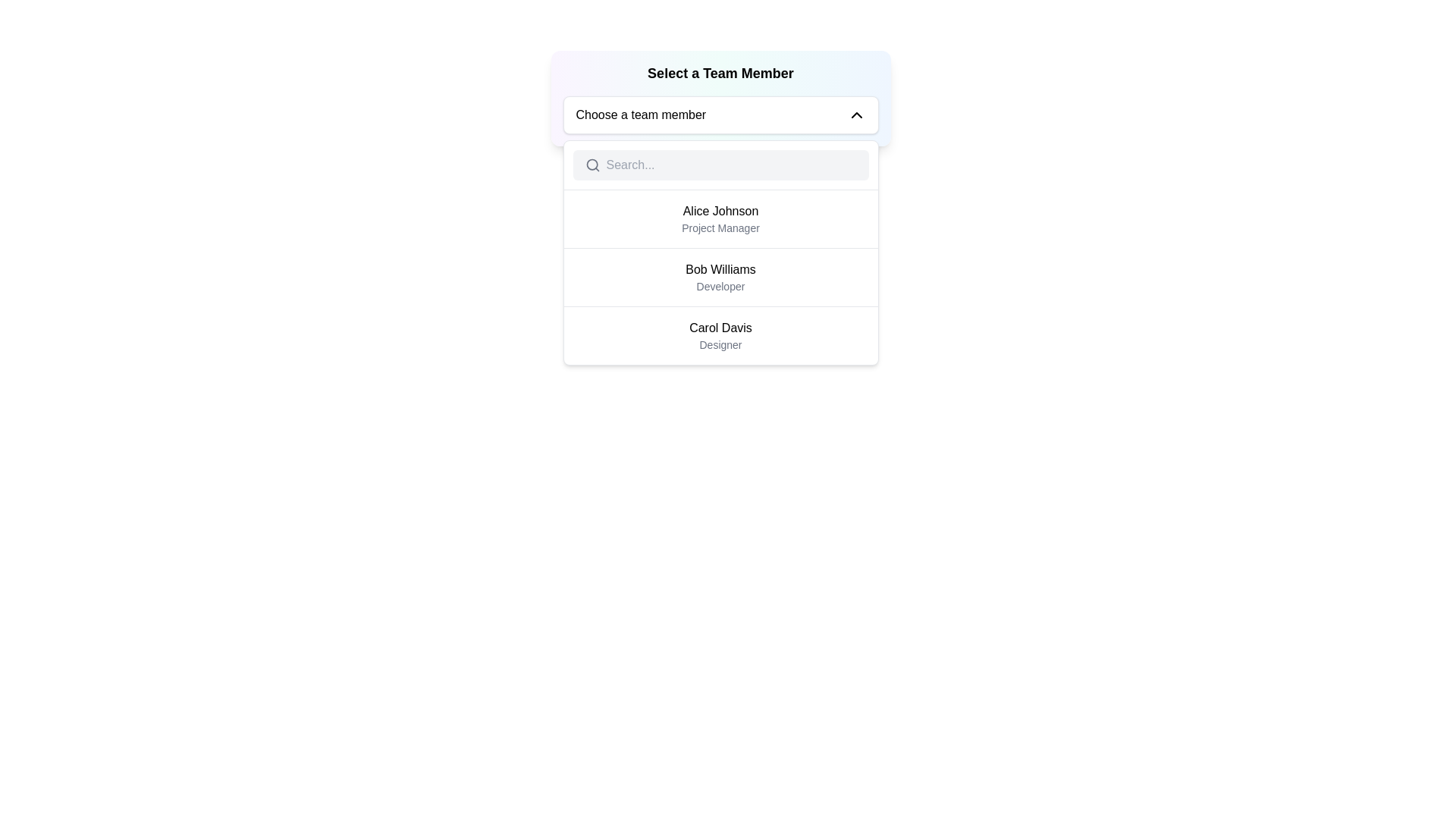 The image size is (1456, 819). Describe the element at coordinates (720, 277) in the screenshot. I see `the button-like list item displaying 'Bob Williams' in the dropdown menu` at that location.